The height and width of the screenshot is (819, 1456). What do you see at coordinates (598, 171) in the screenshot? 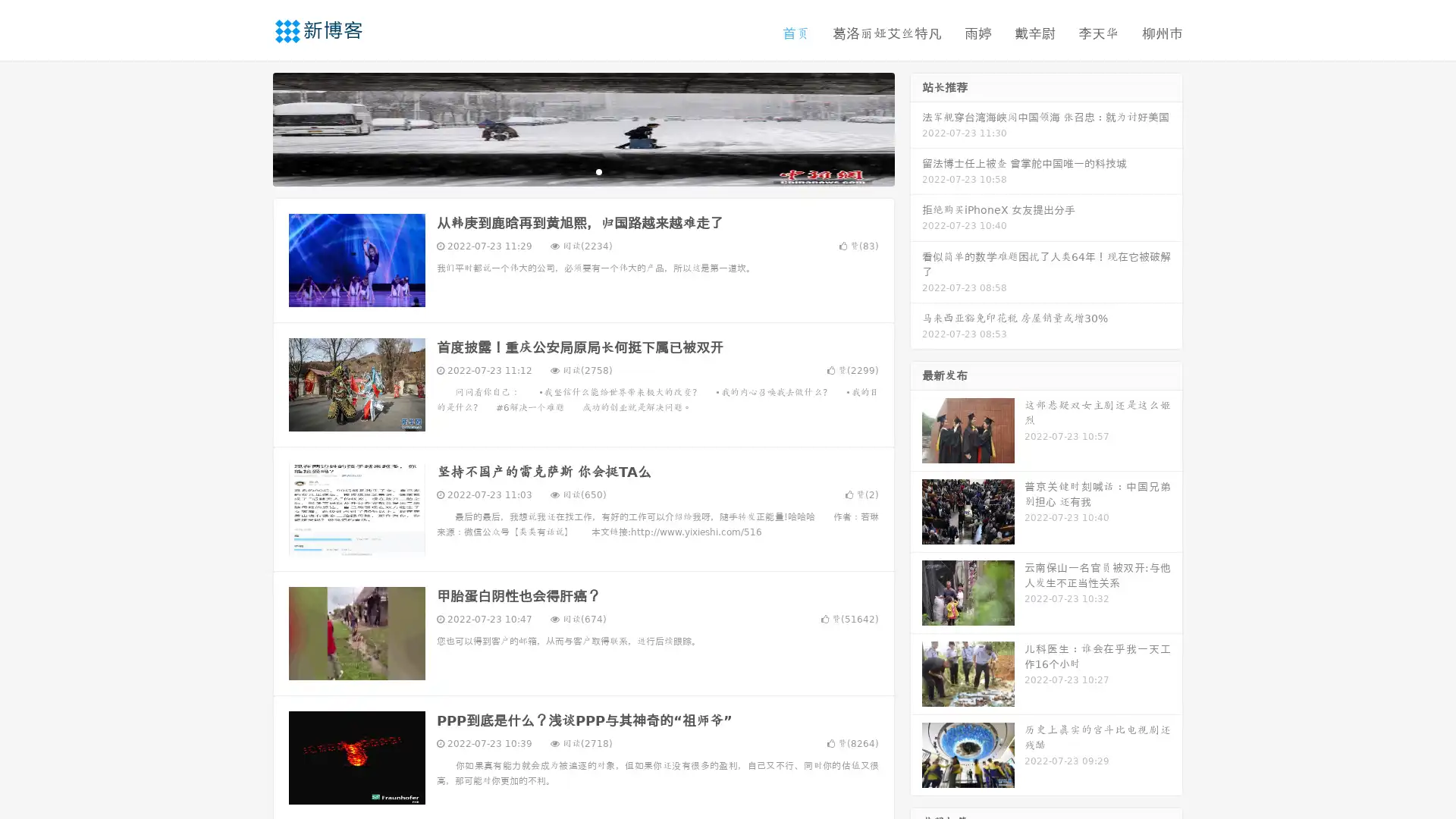
I see `Go to slide 3` at bounding box center [598, 171].